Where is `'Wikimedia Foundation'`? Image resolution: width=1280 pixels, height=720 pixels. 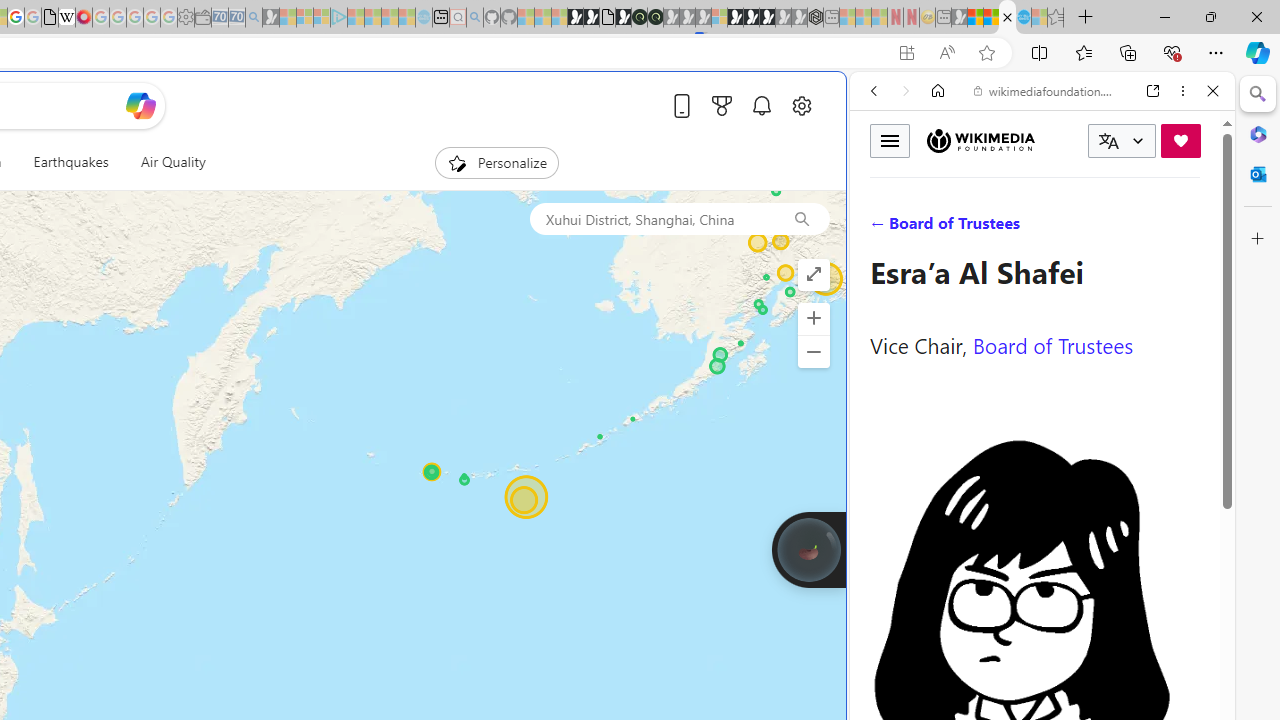
'Wikimedia Foundation' is located at coordinates (981, 139).